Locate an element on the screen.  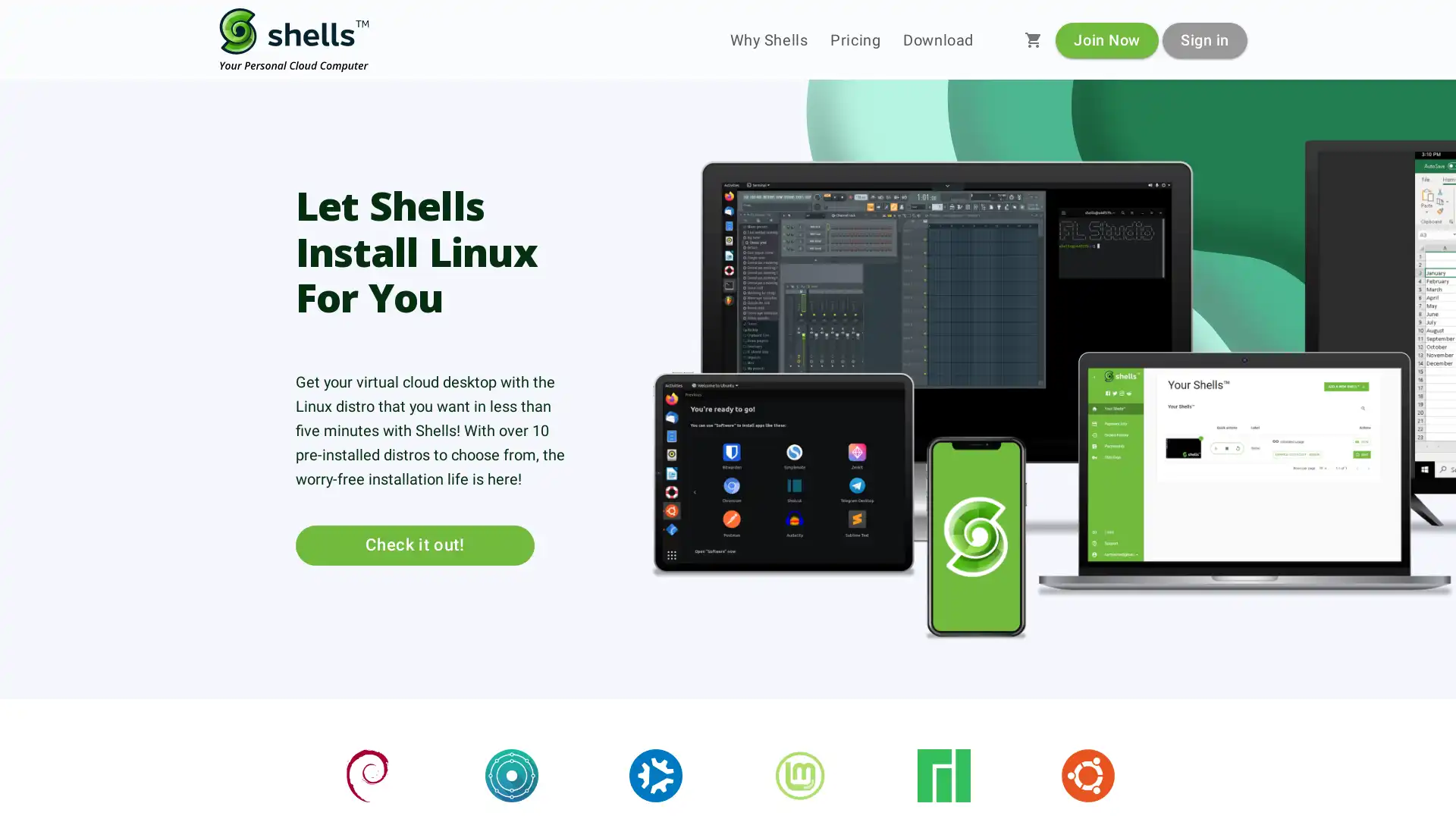
Join Now is located at coordinates (1106, 39).